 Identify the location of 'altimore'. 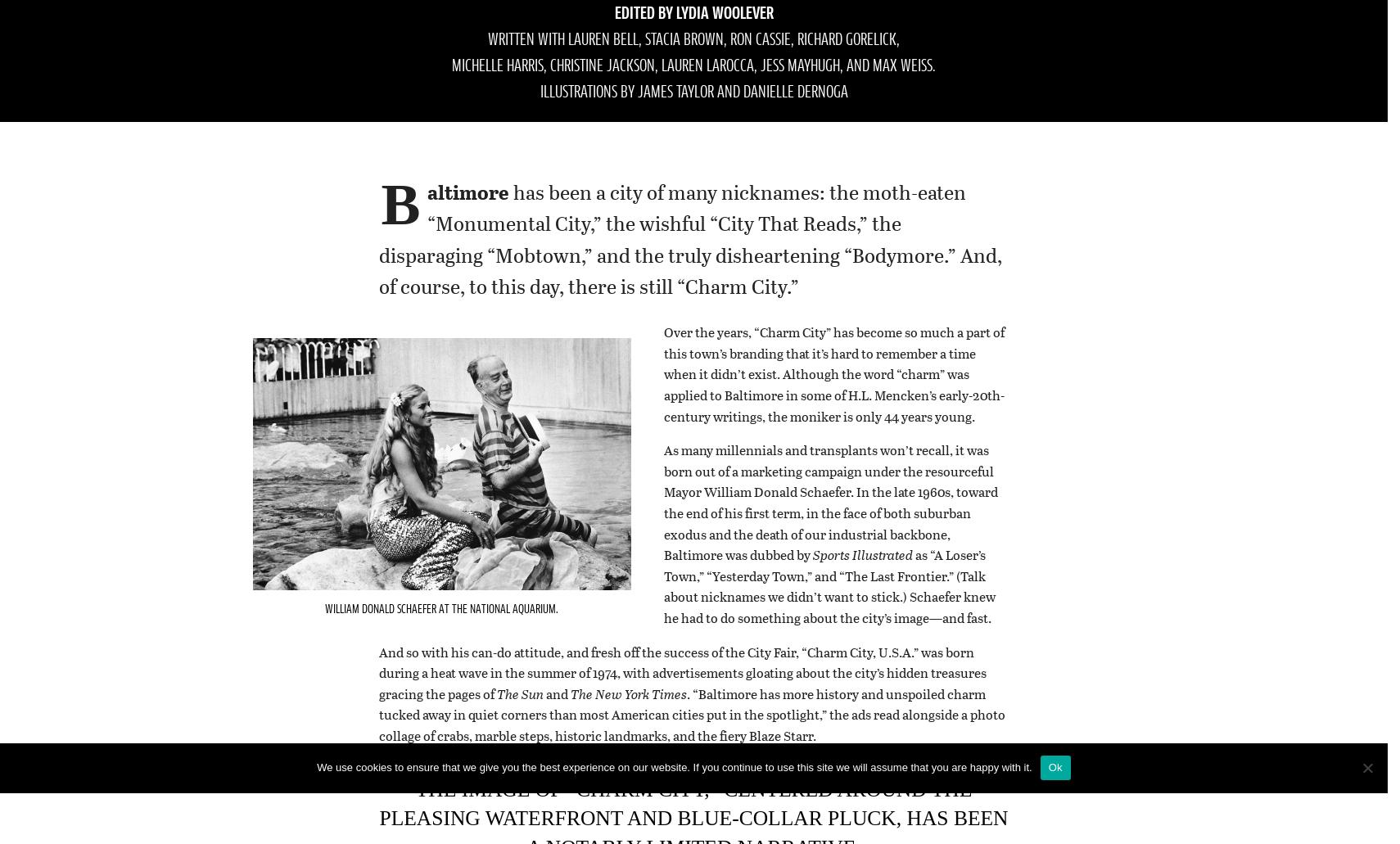
(467, 191).